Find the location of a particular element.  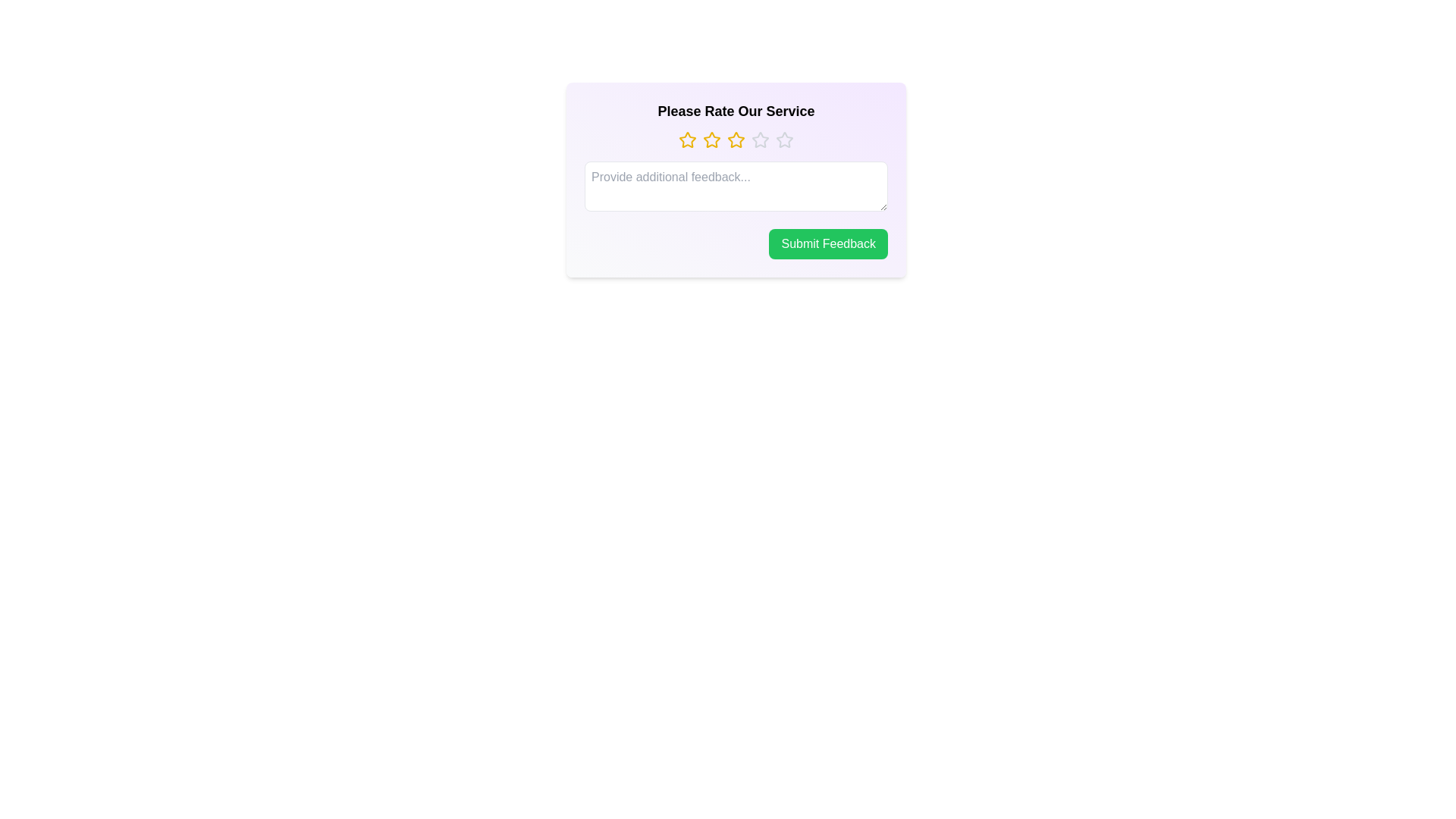

the star corresponding to the 4 value to set the rating is located at coordinates (761, 140).